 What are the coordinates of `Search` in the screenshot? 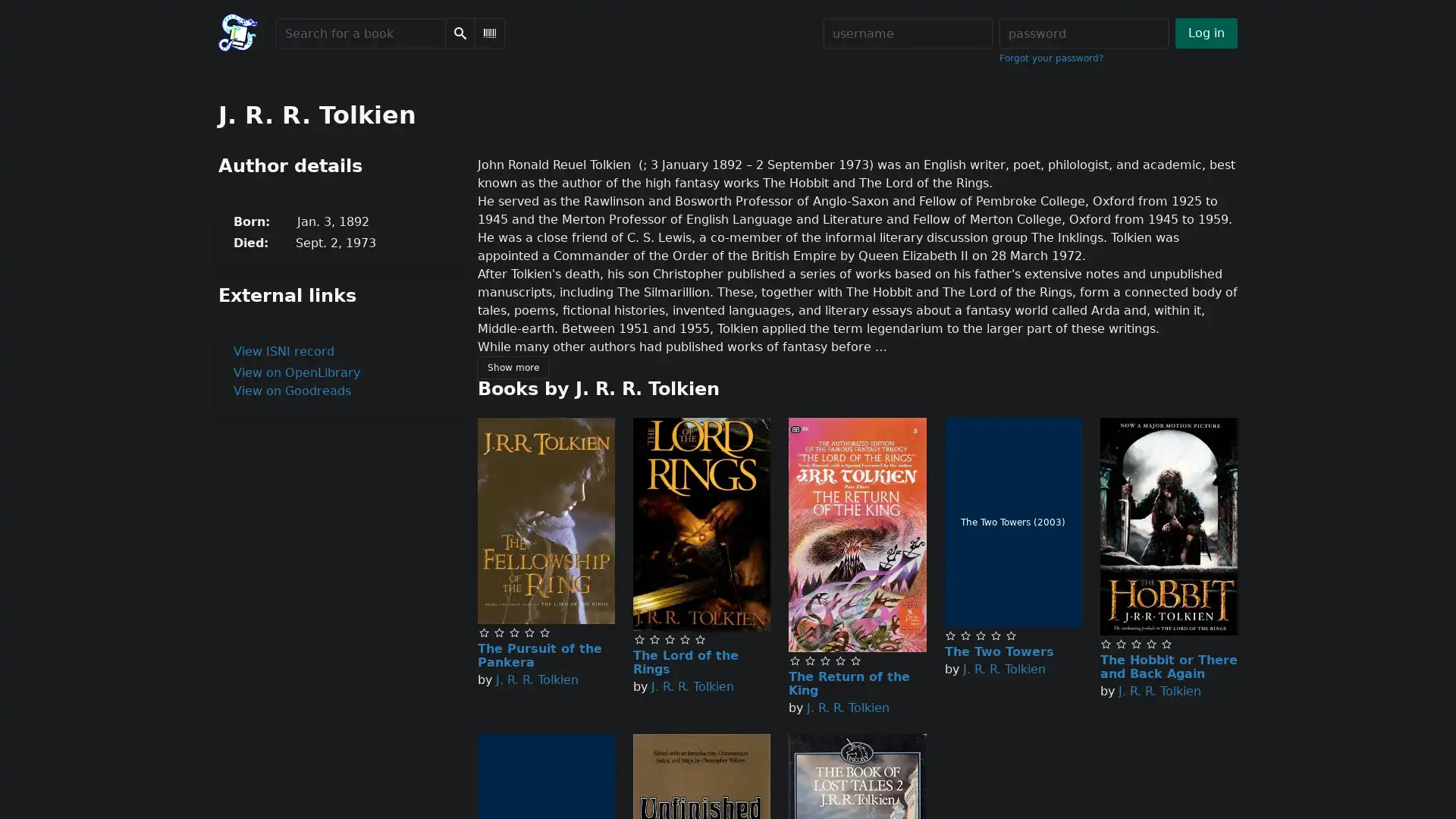 It's located at (459, 33).